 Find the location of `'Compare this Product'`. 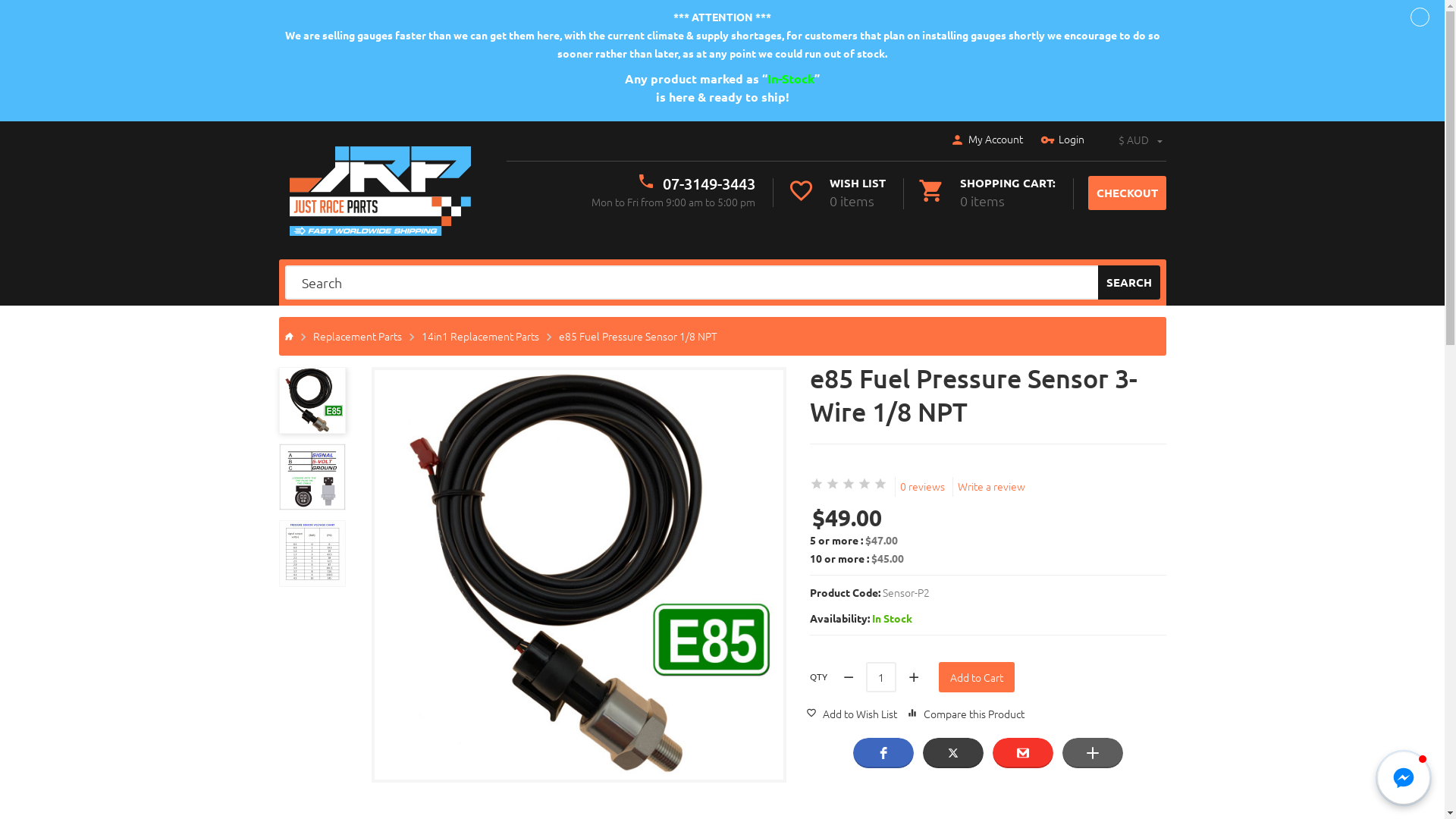

'Compare this Product' is located at coordinates (965, 713).